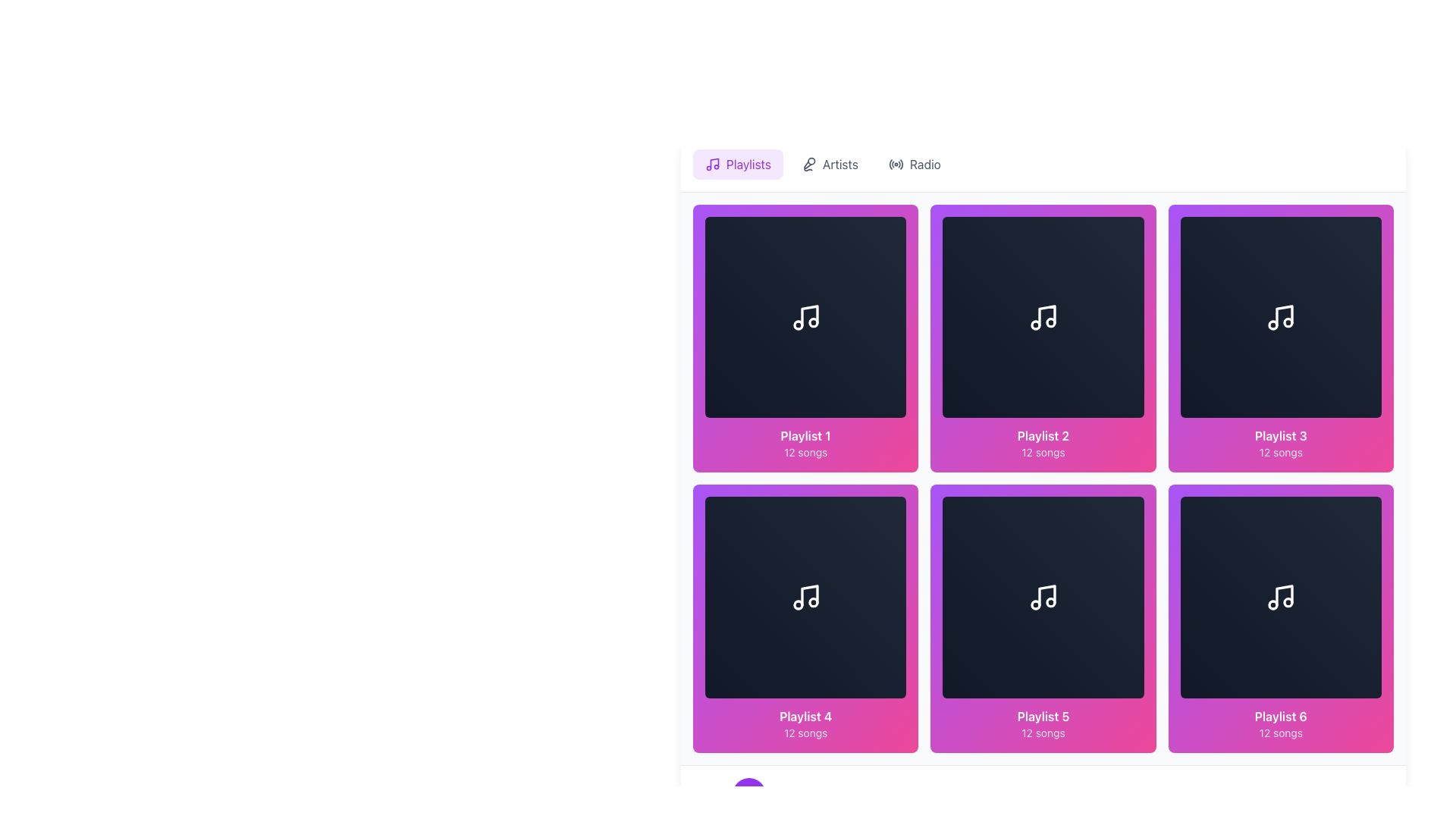 Image resolution: width=1456 pixels, height=819 pixels. Describe the element at coordinates (1357, 792) in the screenshot. I see `the progress bar located near the bottom right of the interface, which is a horizontally elongated rectangle with rounded edges and a purple segment indicating progression` at that location.